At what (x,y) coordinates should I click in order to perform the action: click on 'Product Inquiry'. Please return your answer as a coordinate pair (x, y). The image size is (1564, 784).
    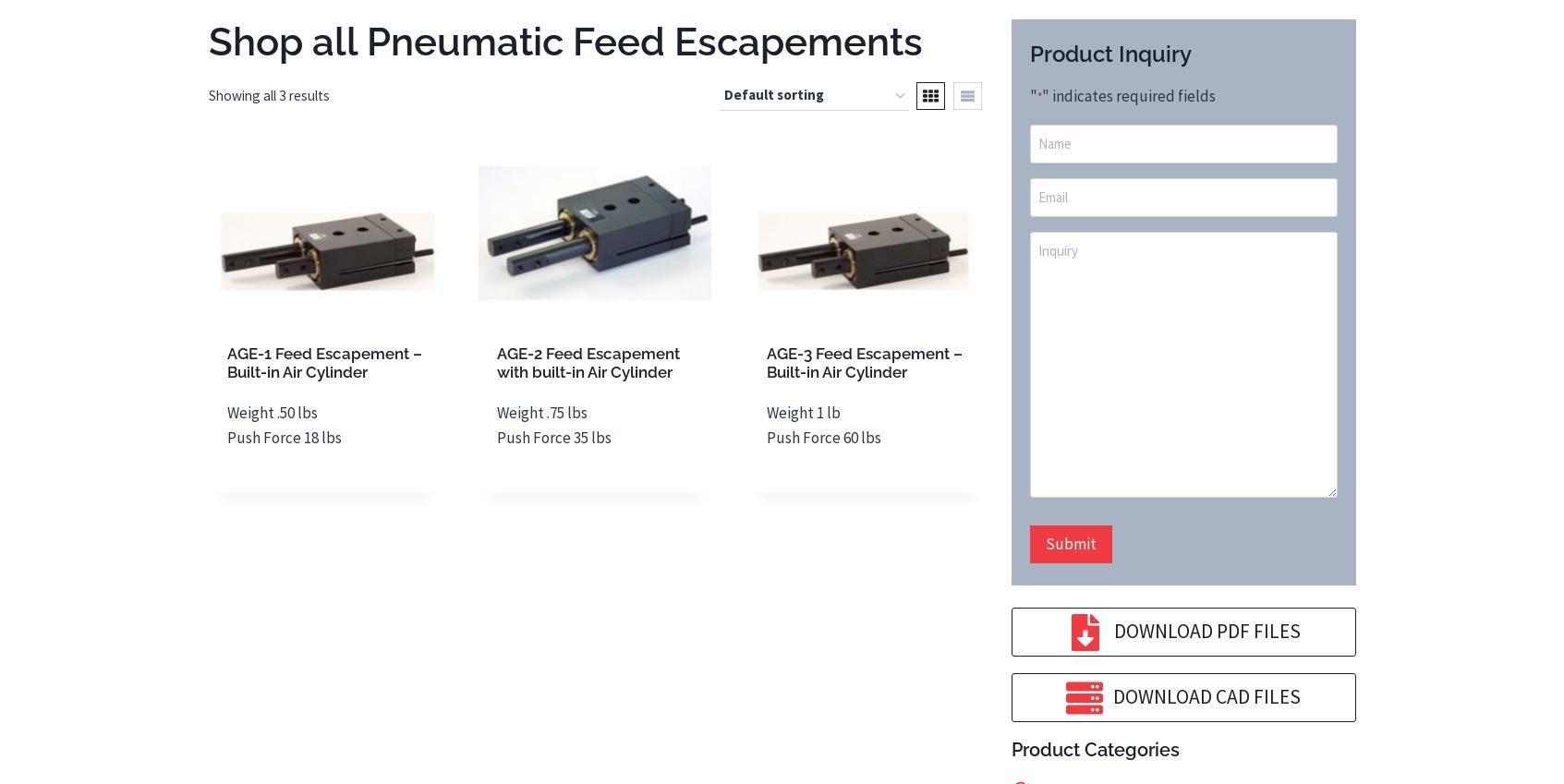
    Looking at the image, I should click on (1109, 53).